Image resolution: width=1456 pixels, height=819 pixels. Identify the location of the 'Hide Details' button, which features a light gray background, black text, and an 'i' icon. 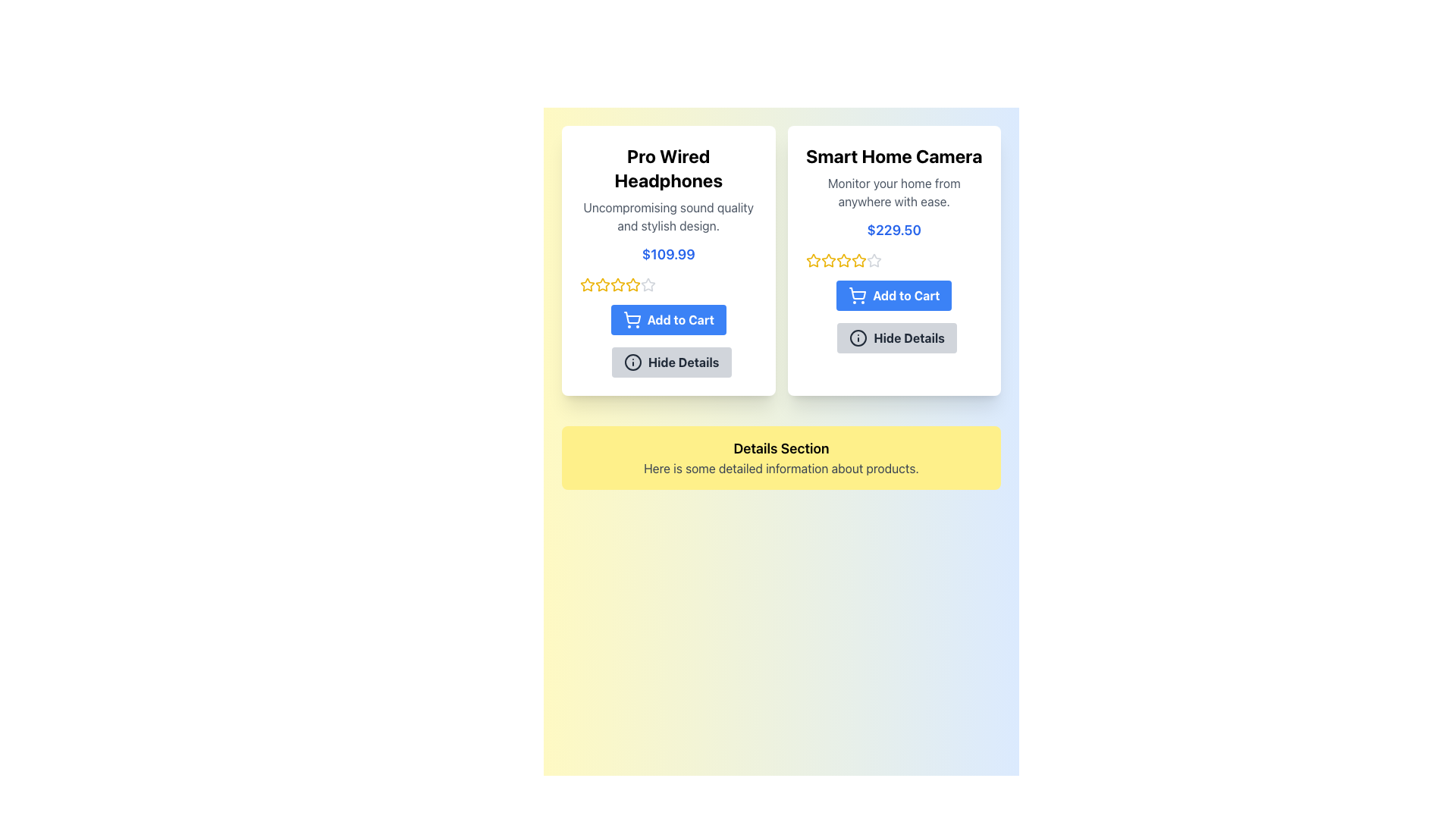
(897, 337).